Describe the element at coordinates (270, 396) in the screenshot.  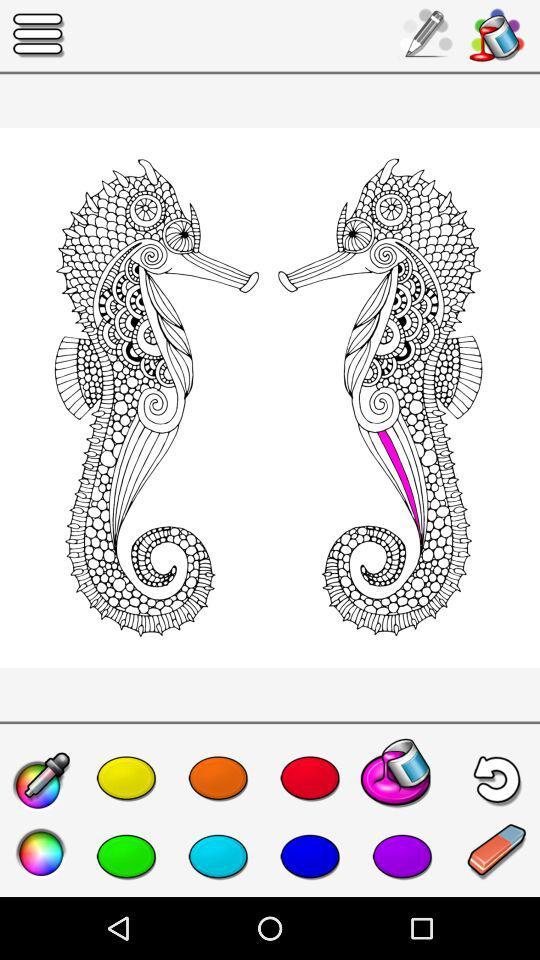
I see `item at the center` at that location.